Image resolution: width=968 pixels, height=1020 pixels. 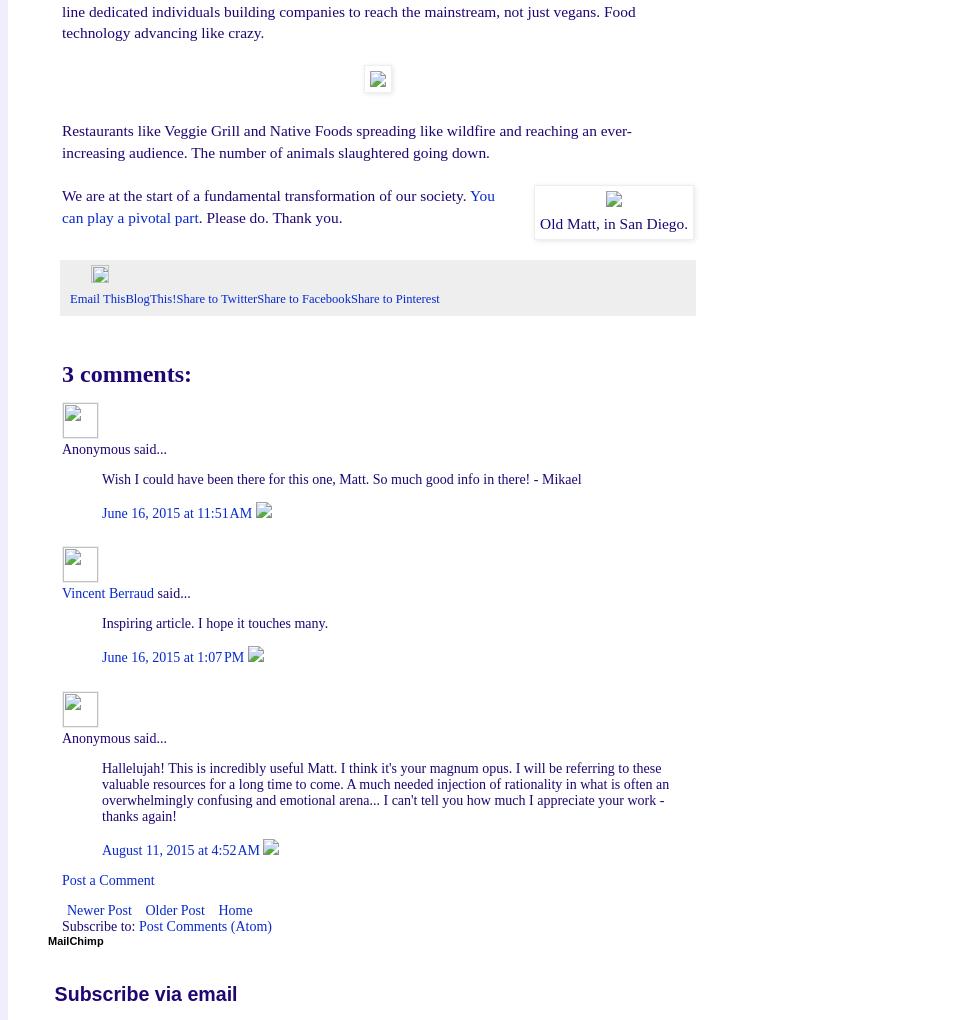 What do you see at coordinates (278, 205) in the screenshot?
I see `'You can play a pivotal part'` at bounding box center [278, 205].